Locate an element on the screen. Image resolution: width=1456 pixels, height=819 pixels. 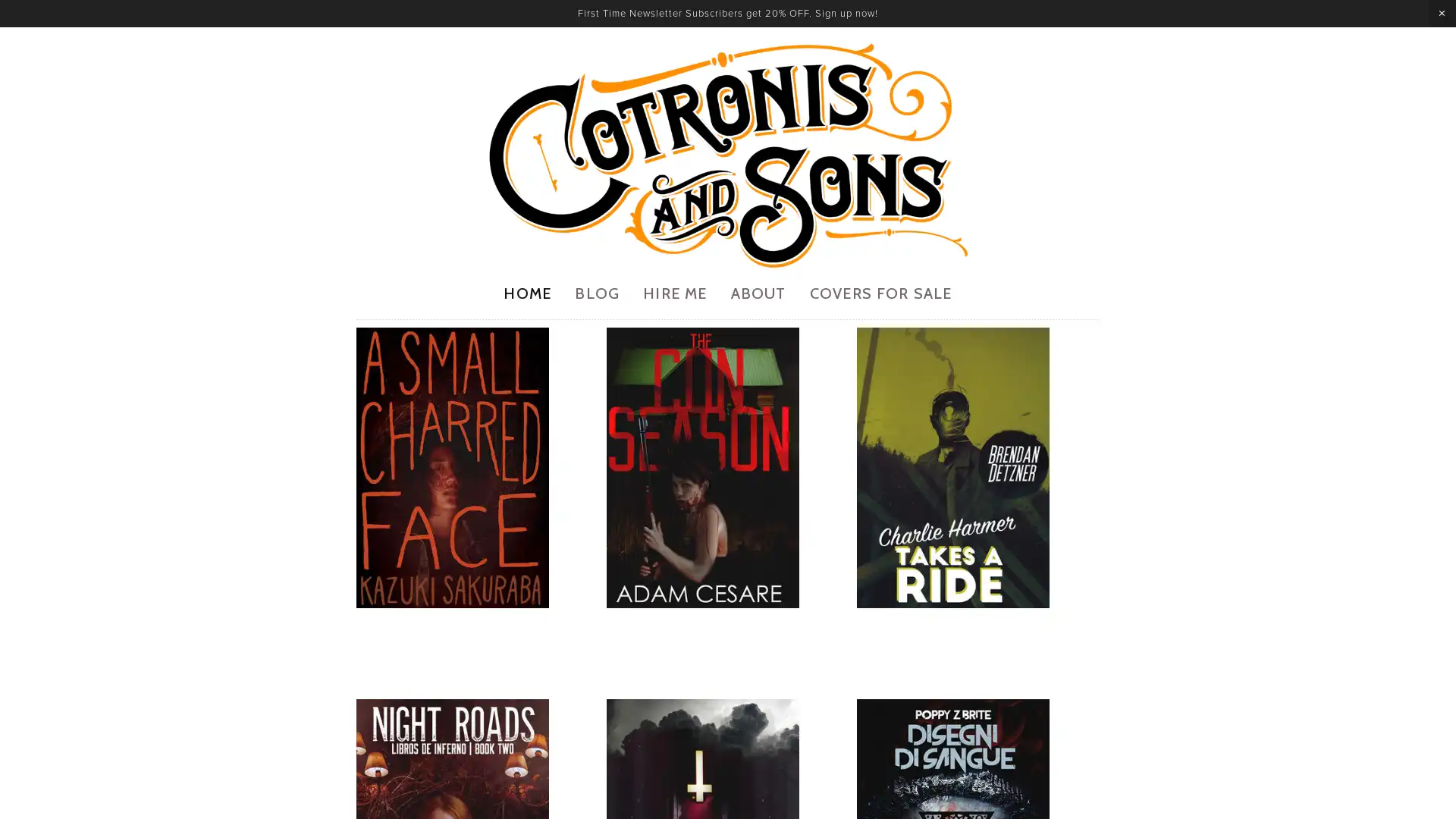
View fullsize 7.jpg is located at coordinates (978, 509).